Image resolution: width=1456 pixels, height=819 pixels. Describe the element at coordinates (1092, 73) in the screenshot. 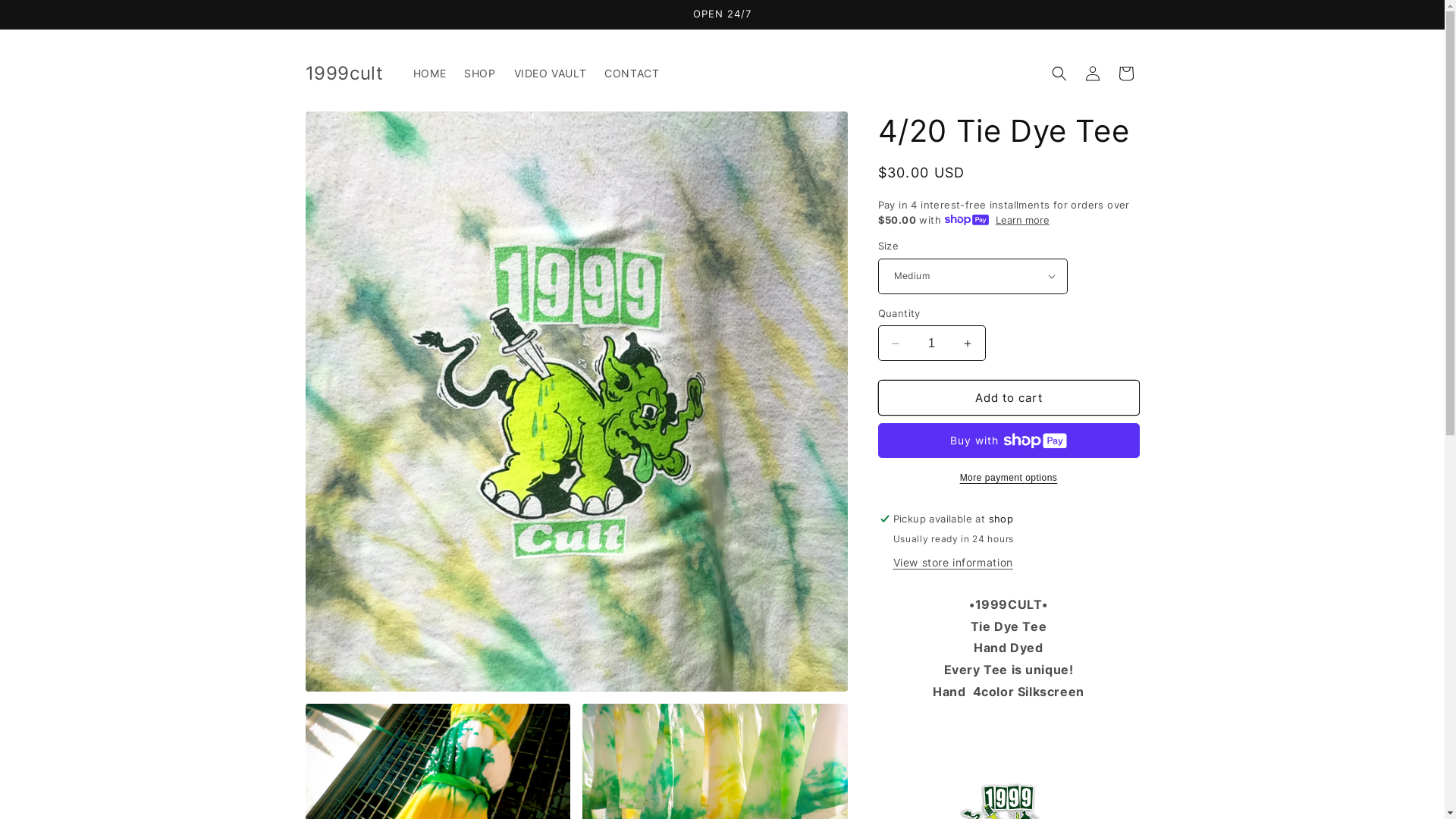

I see `'Log in'` at that location.